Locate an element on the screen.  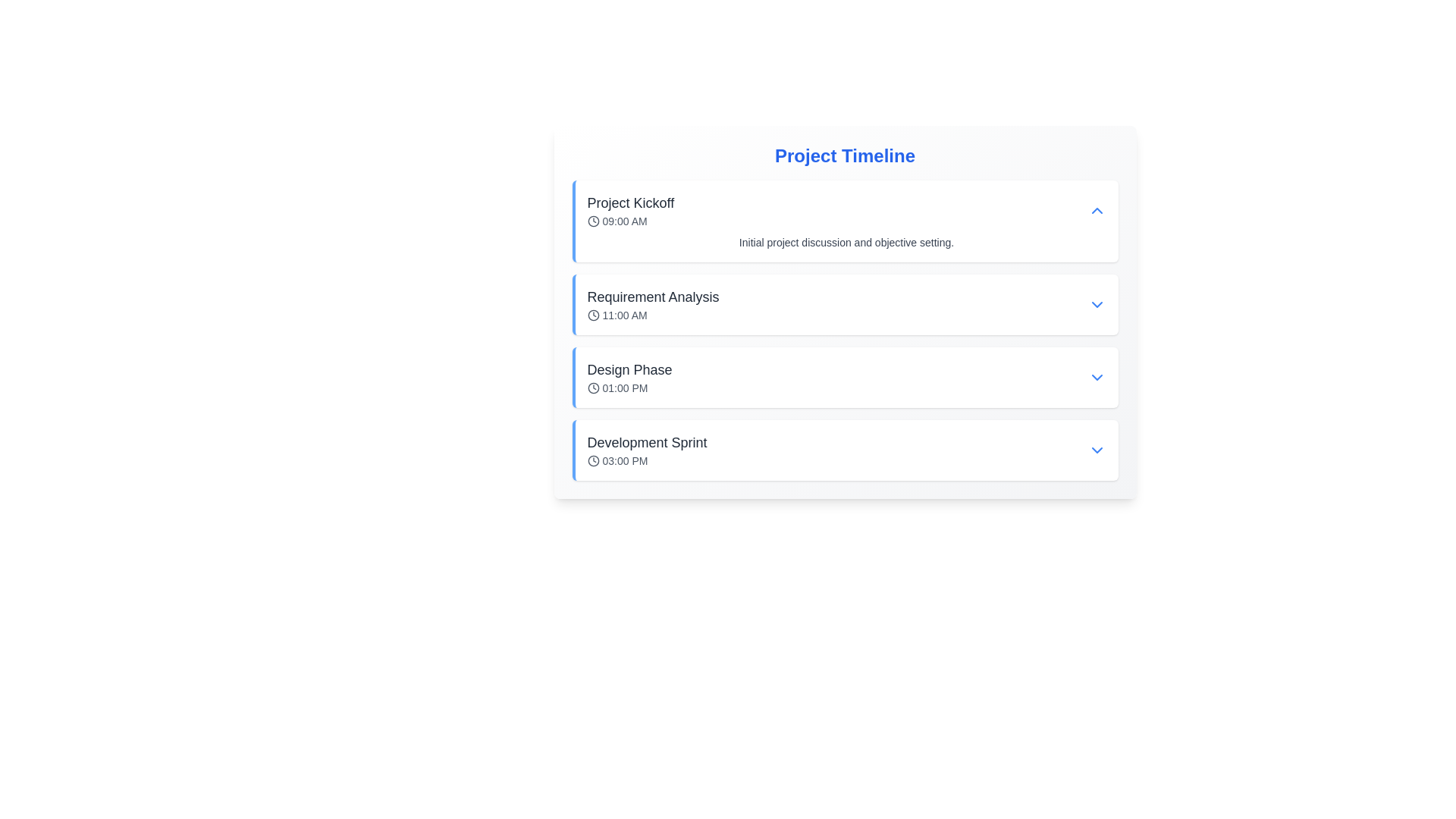
the toggle button located at the extreme right within the 'Design Phase' section is located at coordinates (1097, 376).